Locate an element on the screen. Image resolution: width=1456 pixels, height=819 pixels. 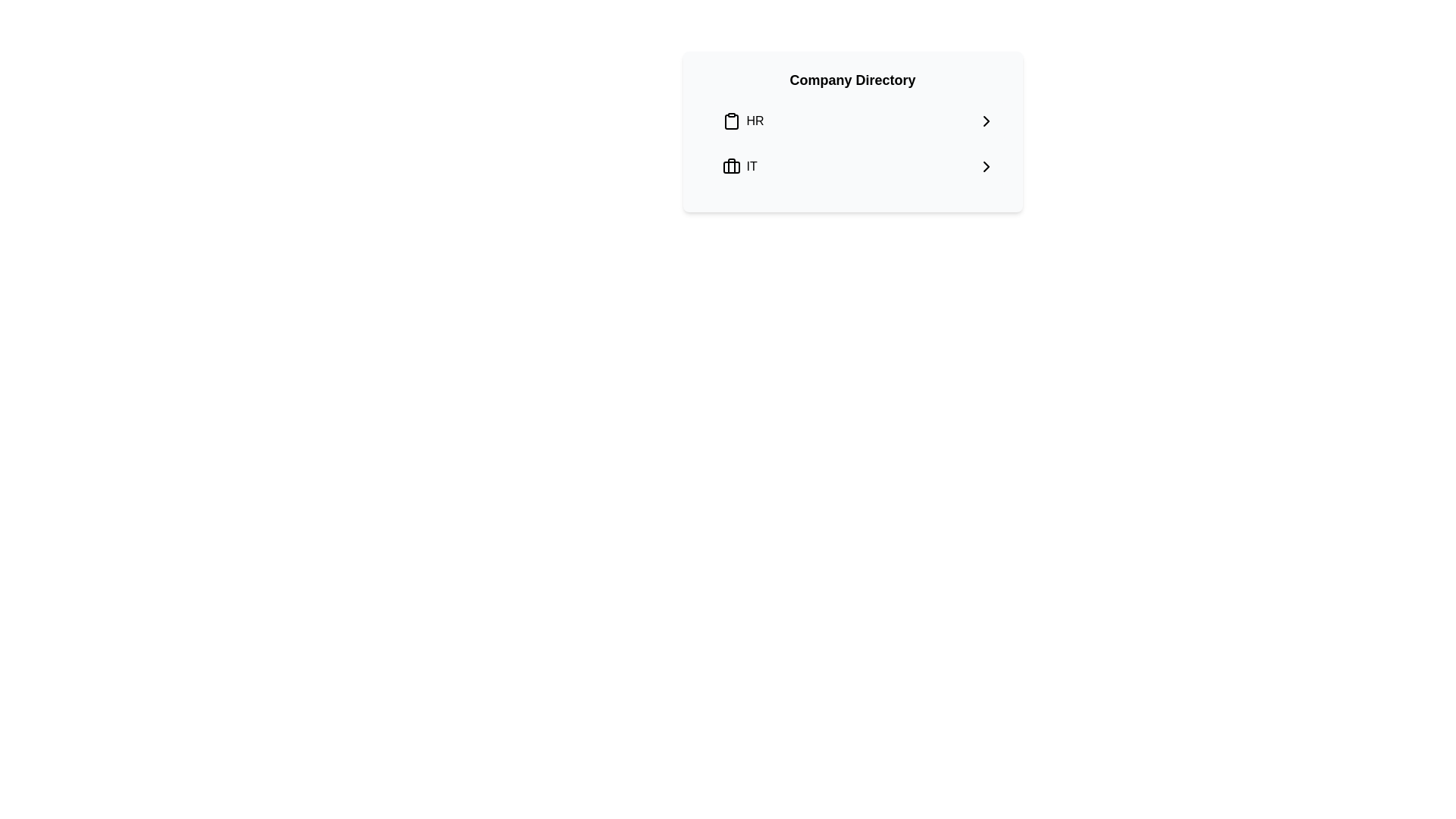
the chevron icon located in the 'IT' row of the Company Directory section, which is positioned to the right of the text 'IT' is located at coordinates (986, 166).